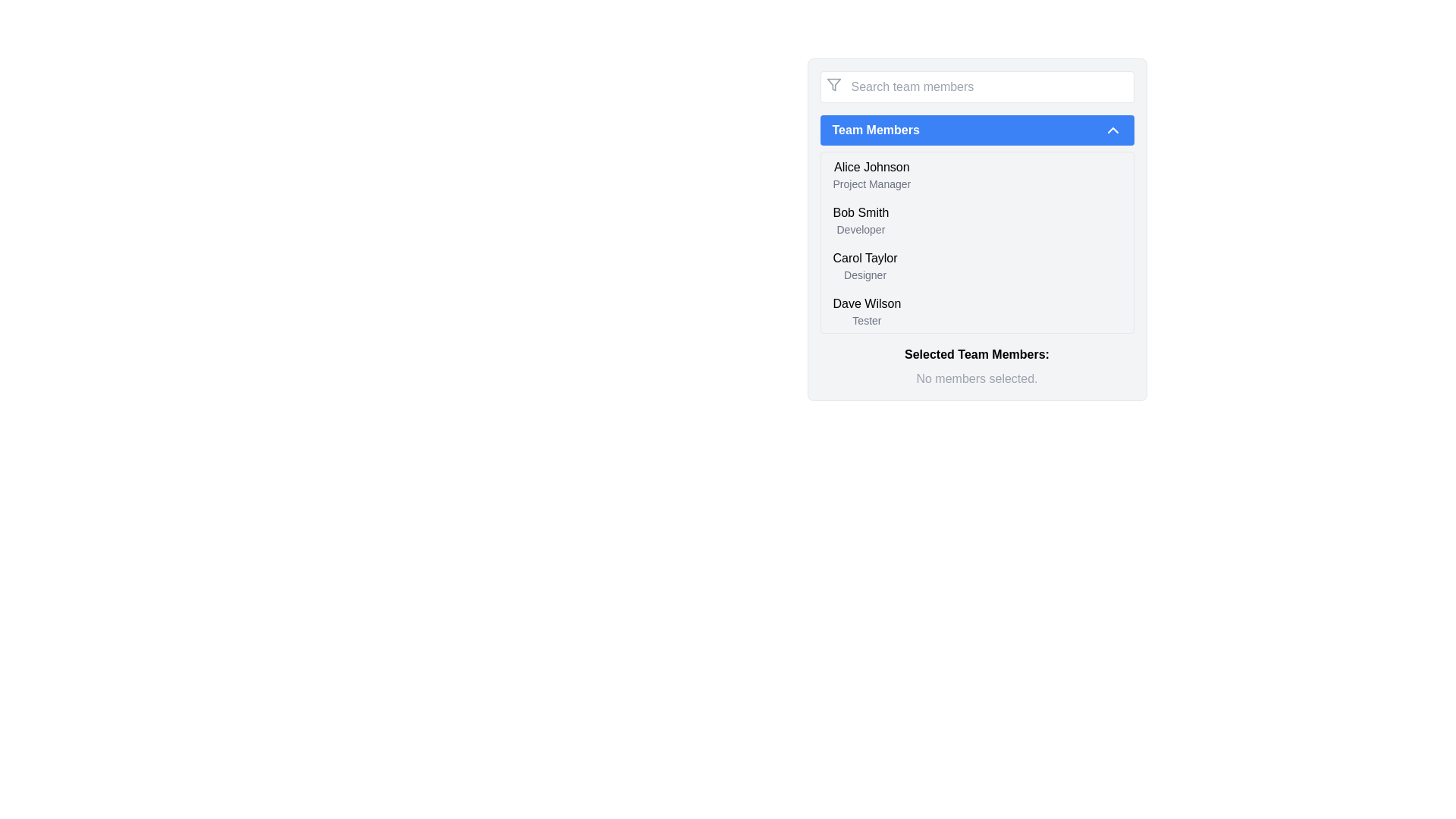  What do you see at coordinates (977, 130) in the screenshot?
I see `the 'Team Members' button with a blue background and rounded corners` at bounding box center [977, 130].